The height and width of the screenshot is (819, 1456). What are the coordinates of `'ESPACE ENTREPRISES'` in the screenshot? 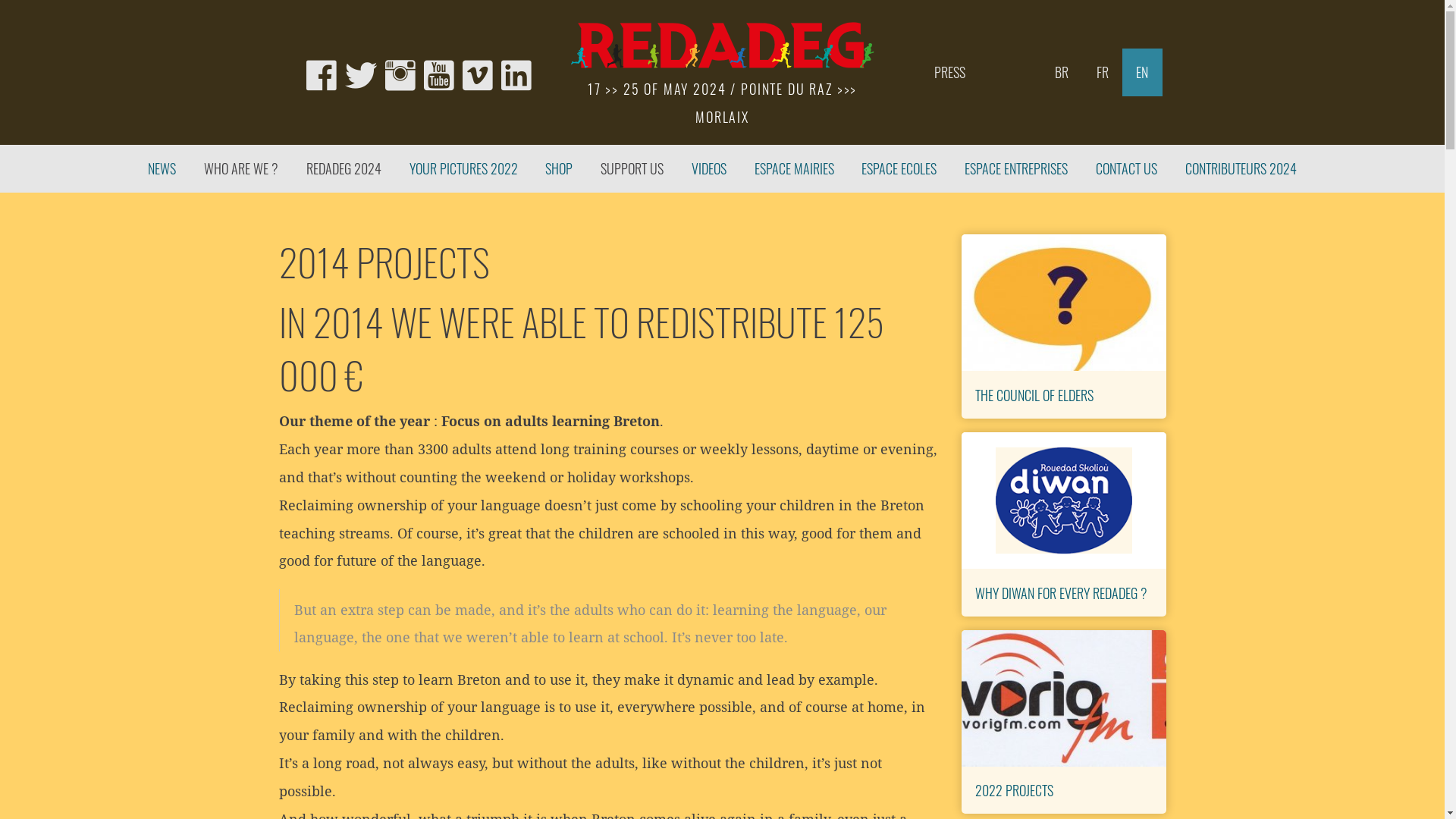 It's located at (1016, 168).